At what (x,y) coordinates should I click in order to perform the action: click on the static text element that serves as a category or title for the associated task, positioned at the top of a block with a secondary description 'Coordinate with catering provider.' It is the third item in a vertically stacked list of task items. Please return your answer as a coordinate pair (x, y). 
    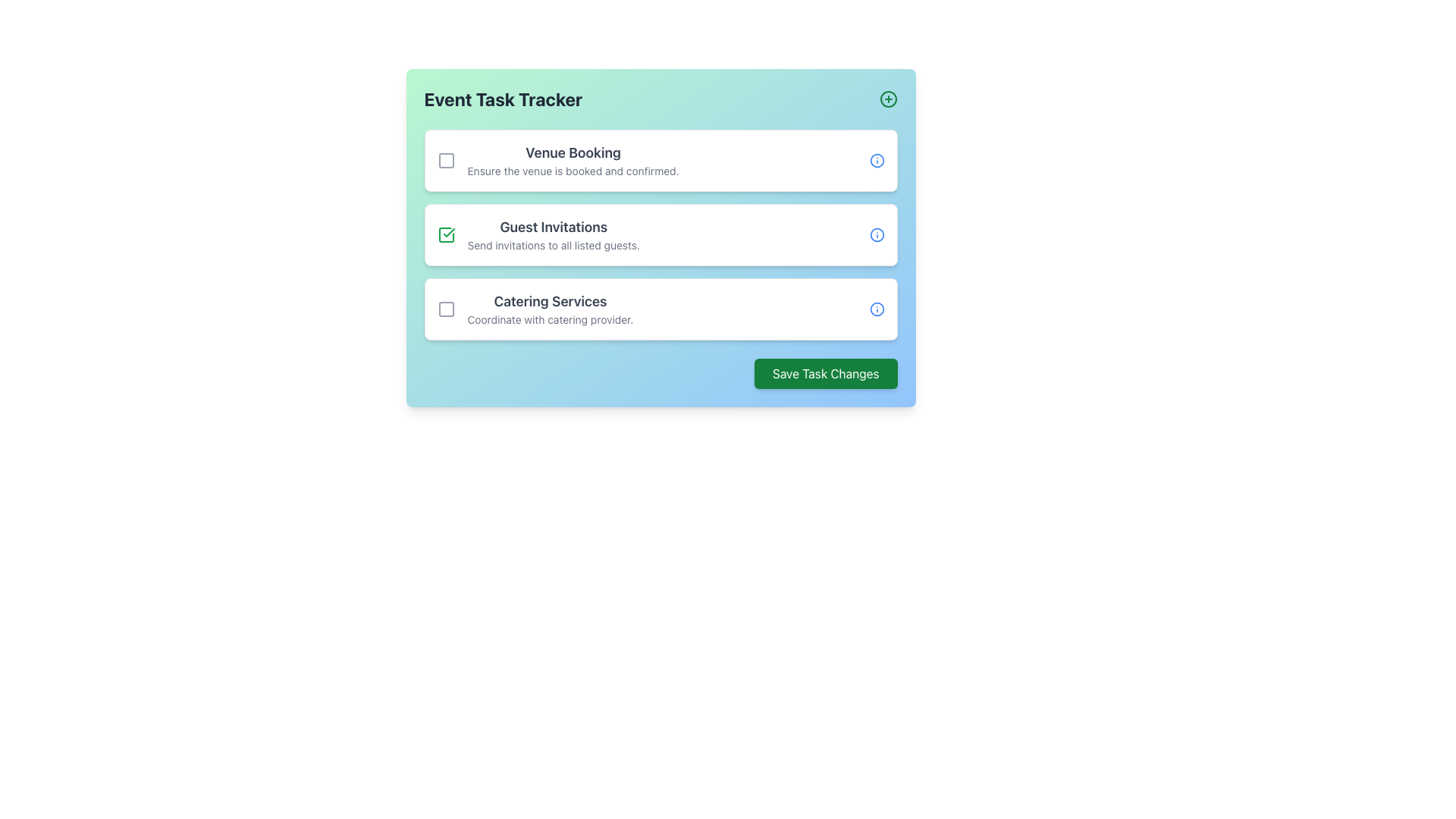
    Looking at the image, I should click on (549, 301).